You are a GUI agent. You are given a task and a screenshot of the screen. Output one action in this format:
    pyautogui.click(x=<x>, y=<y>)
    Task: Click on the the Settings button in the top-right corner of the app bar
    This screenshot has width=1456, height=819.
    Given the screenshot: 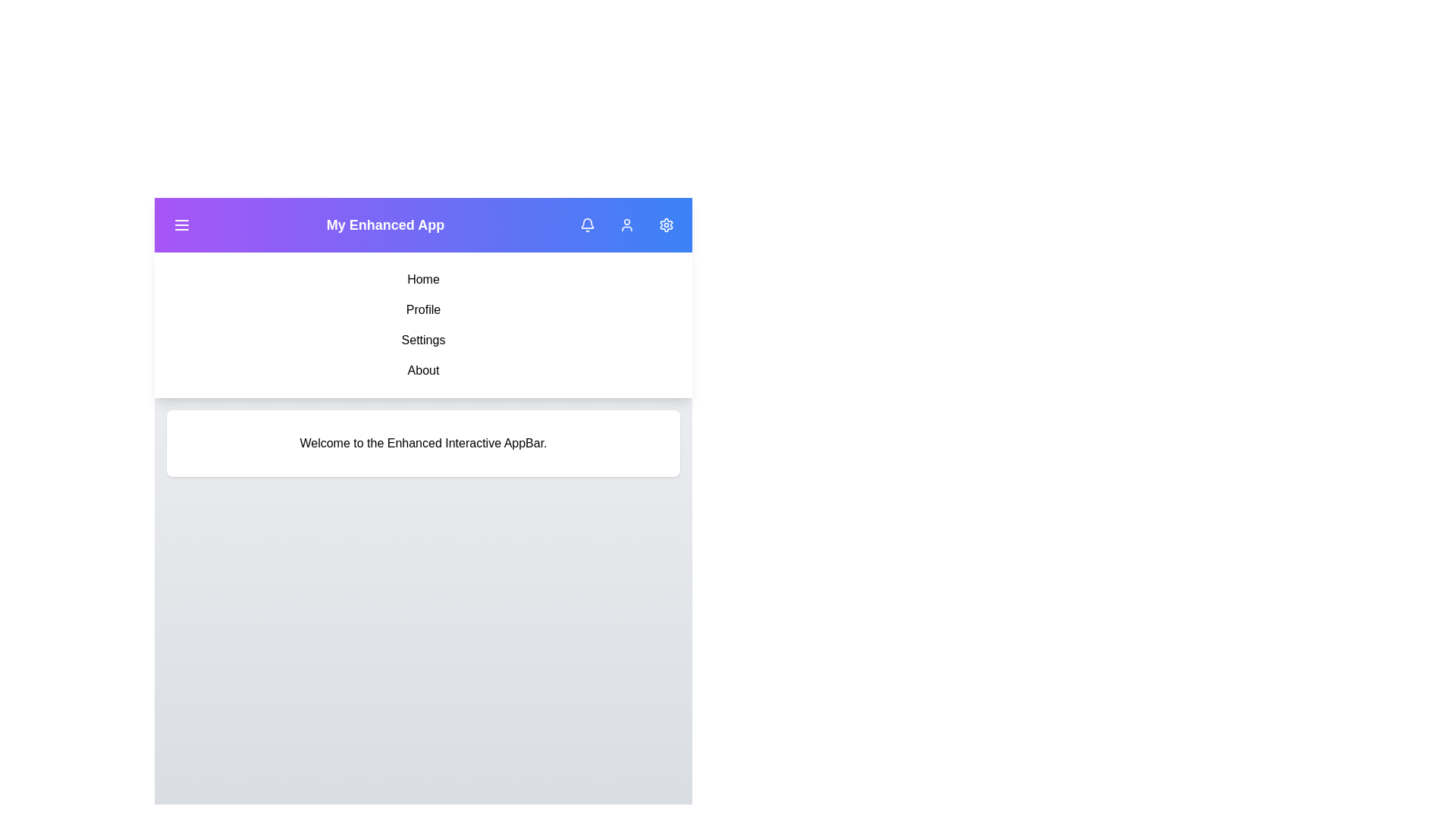 What is the action you would take?
    pyautogui.click(x=666, y=225)
    